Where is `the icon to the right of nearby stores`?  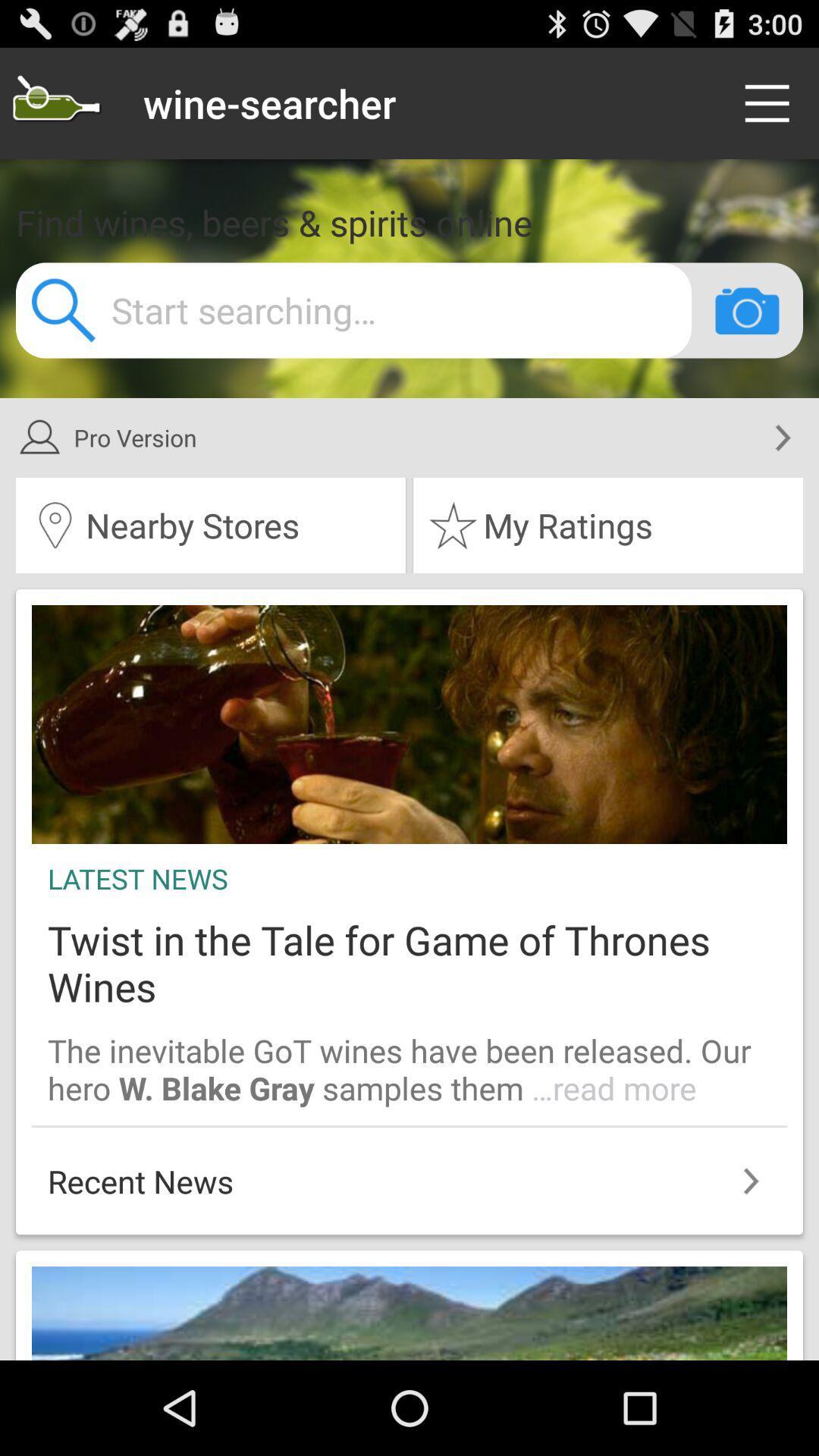 the icon to the right of nearby stores is located at coordinates (607, 525).